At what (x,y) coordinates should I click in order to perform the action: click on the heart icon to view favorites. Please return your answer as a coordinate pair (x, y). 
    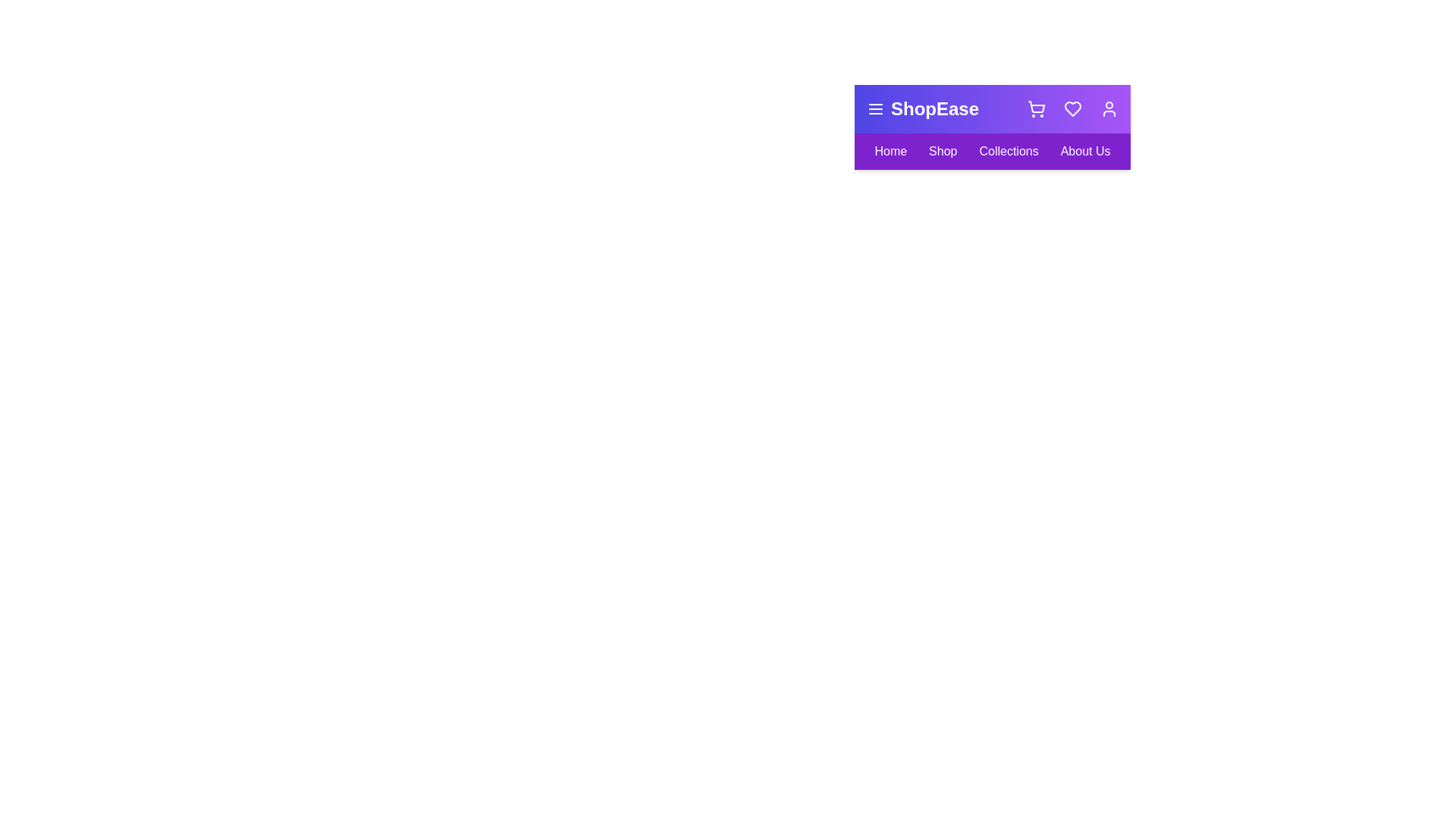
    Looking at the image, I should click on (1072, 108).